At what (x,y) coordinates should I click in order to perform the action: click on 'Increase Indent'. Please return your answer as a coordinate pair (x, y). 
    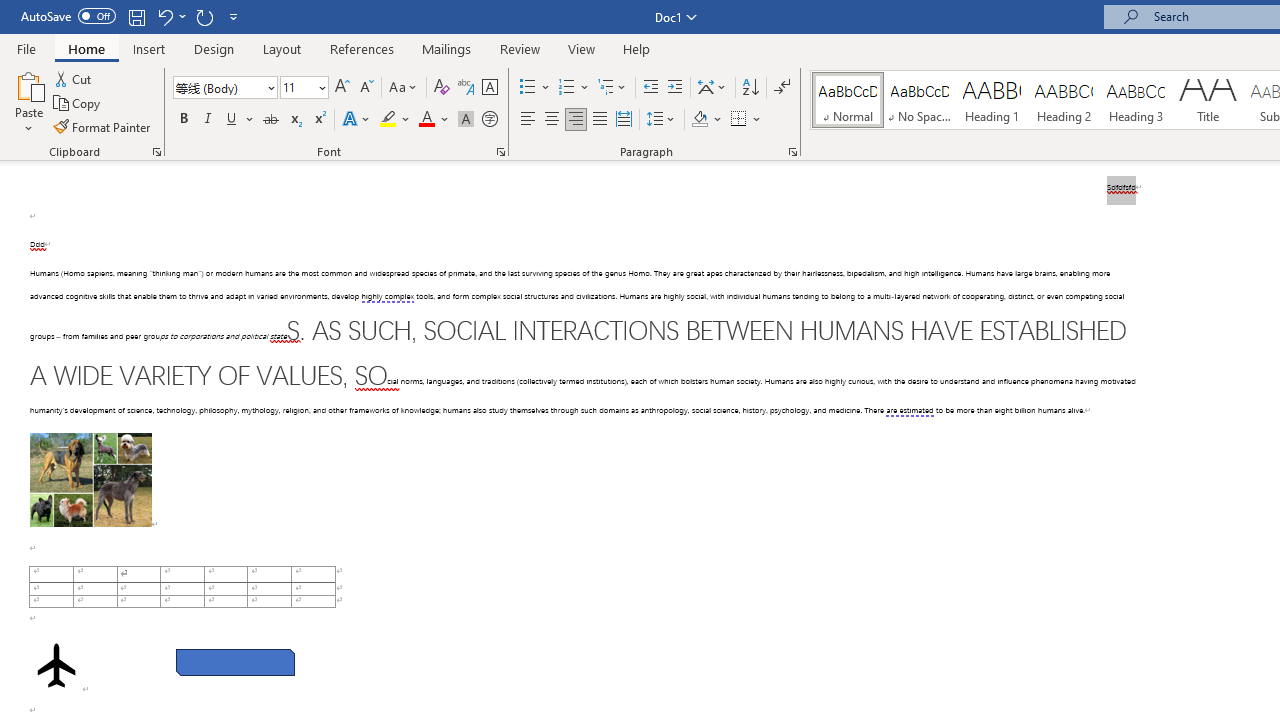
    Looking at the image, I should click on (675, 86).